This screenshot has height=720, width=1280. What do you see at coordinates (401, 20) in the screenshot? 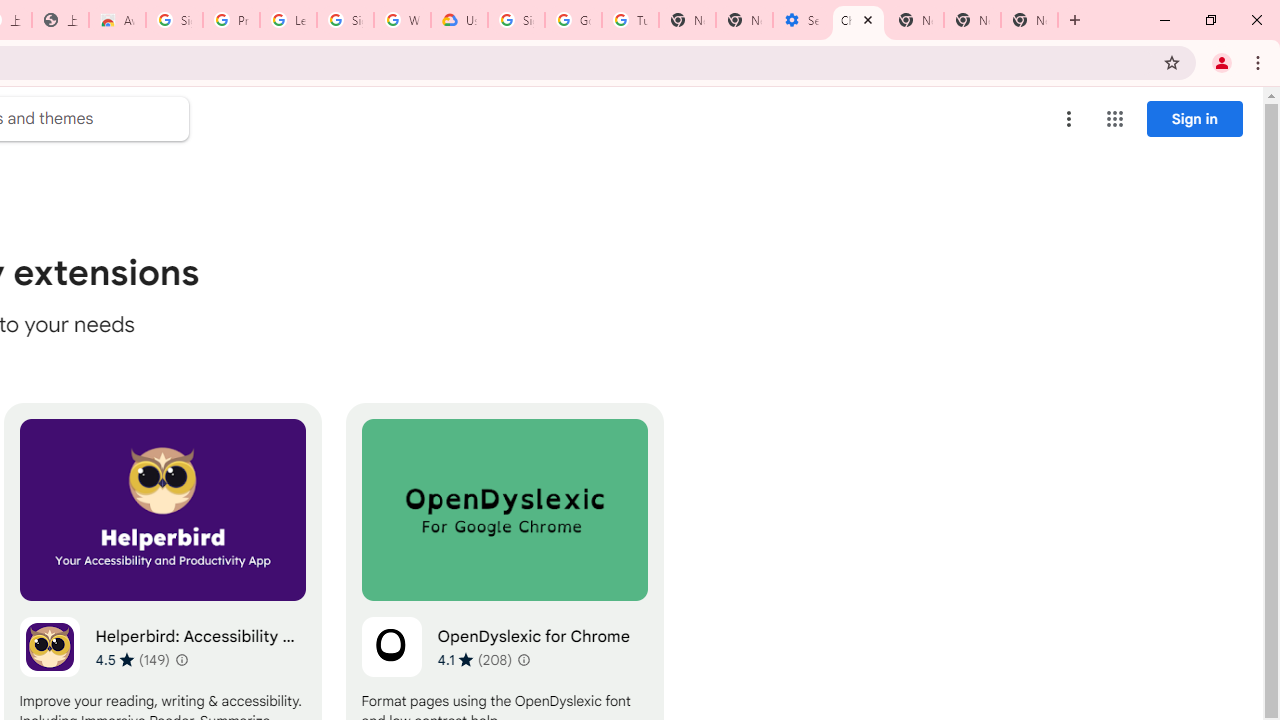
I see `'Who are Google'` at bounding box center [401, 20].